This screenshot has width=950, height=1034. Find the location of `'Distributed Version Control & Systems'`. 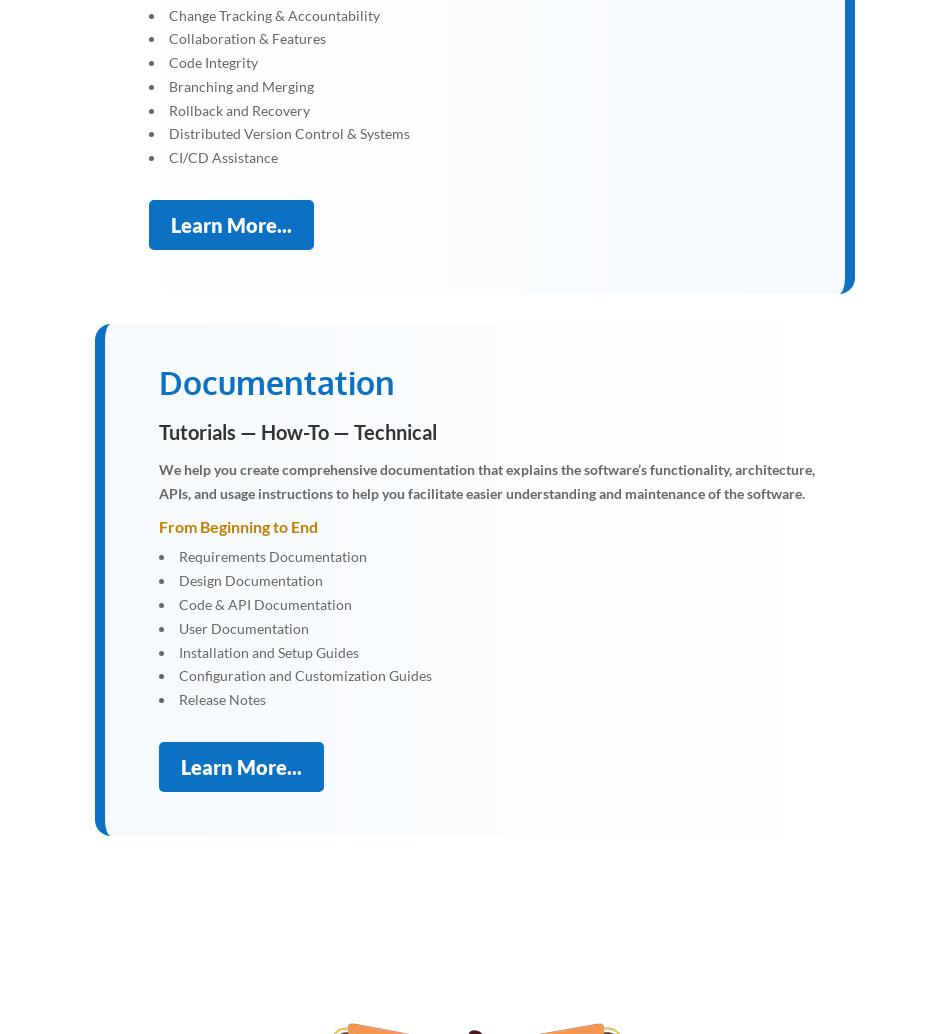

'Distributed Version Control & Systems' is located at coordinates (288, 133).